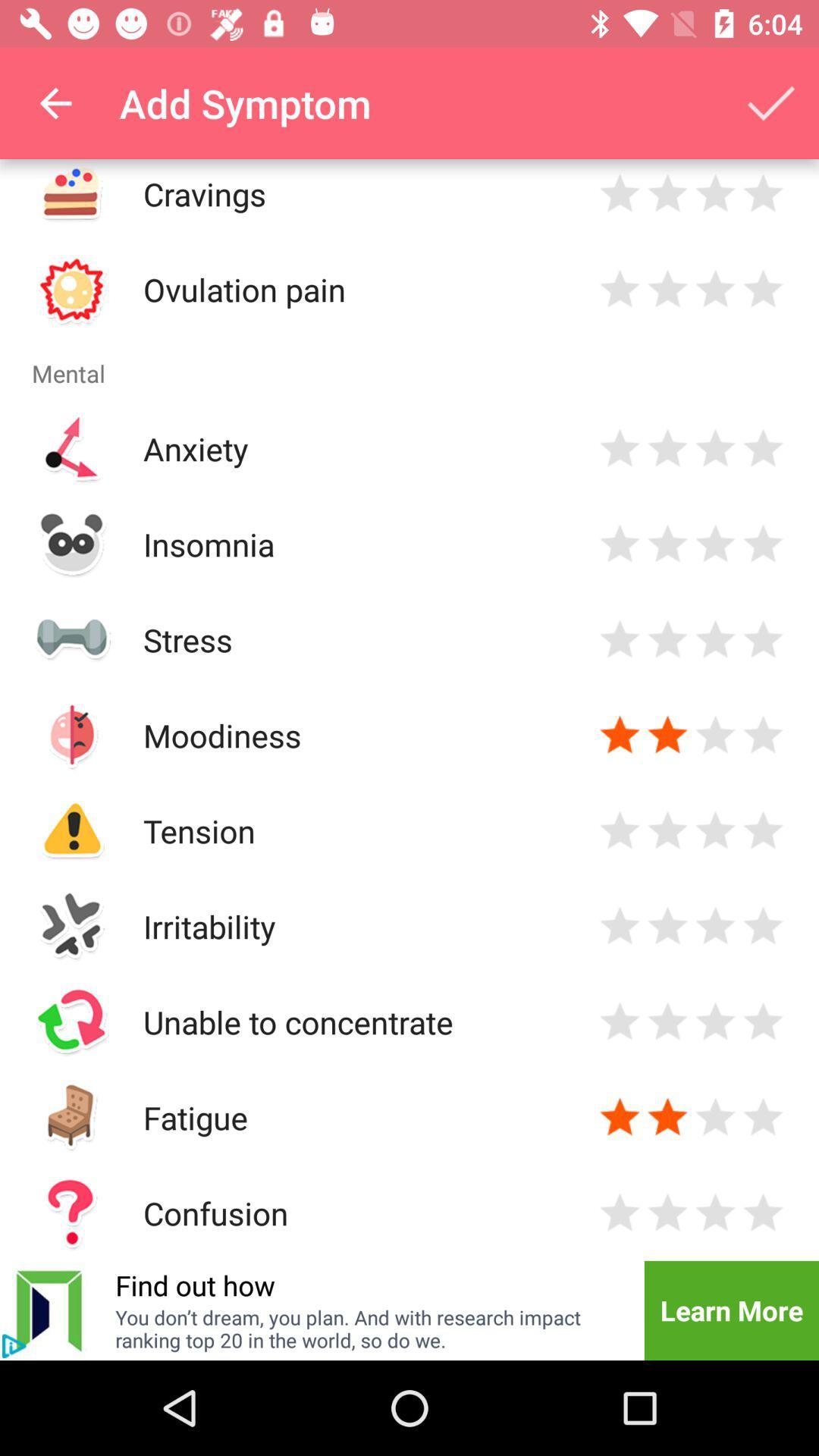  I want to click on rating, so click(620, 193).